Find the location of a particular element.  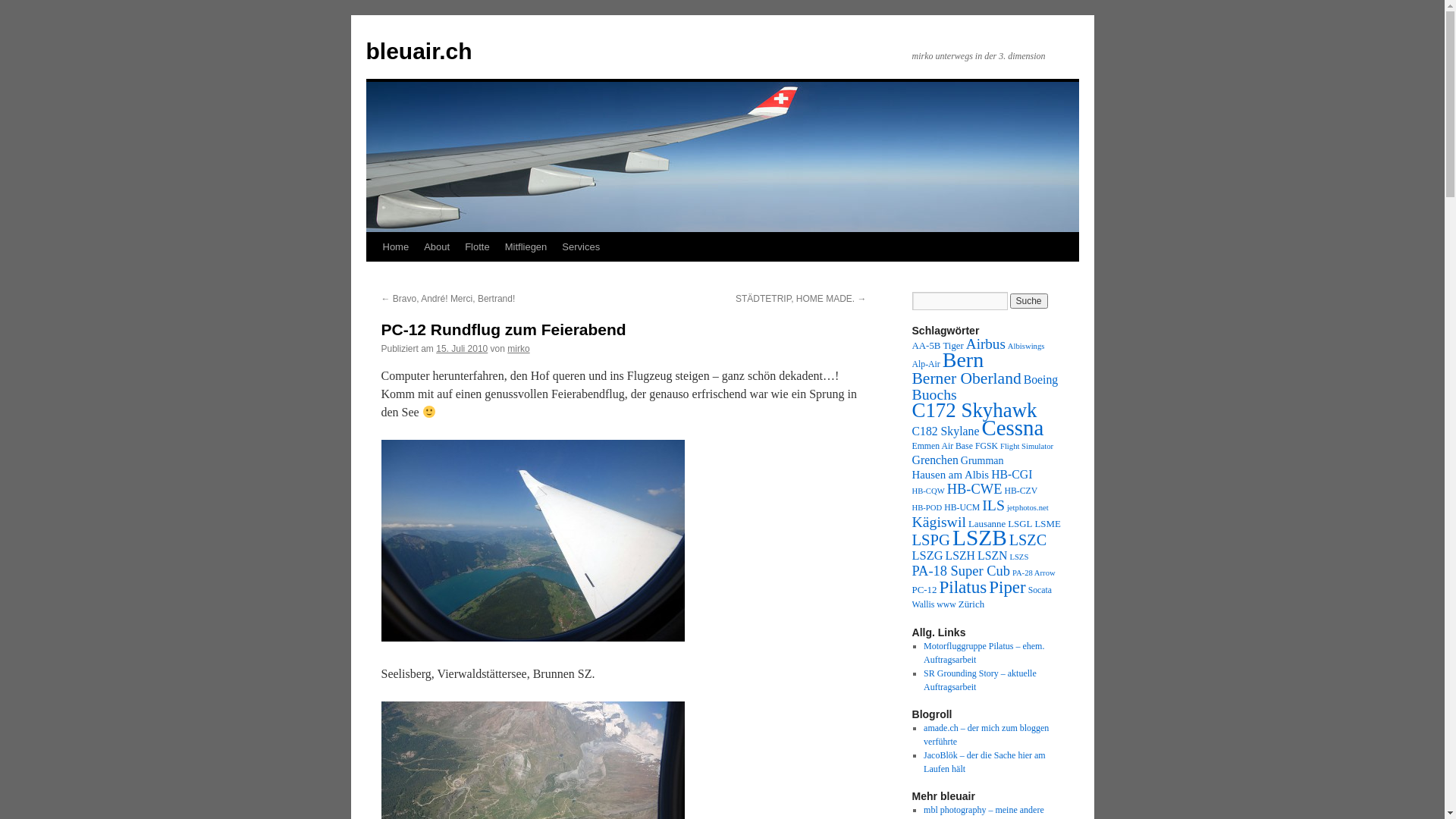

'C172 Skyhawk' is located at coordinates (974, 409).